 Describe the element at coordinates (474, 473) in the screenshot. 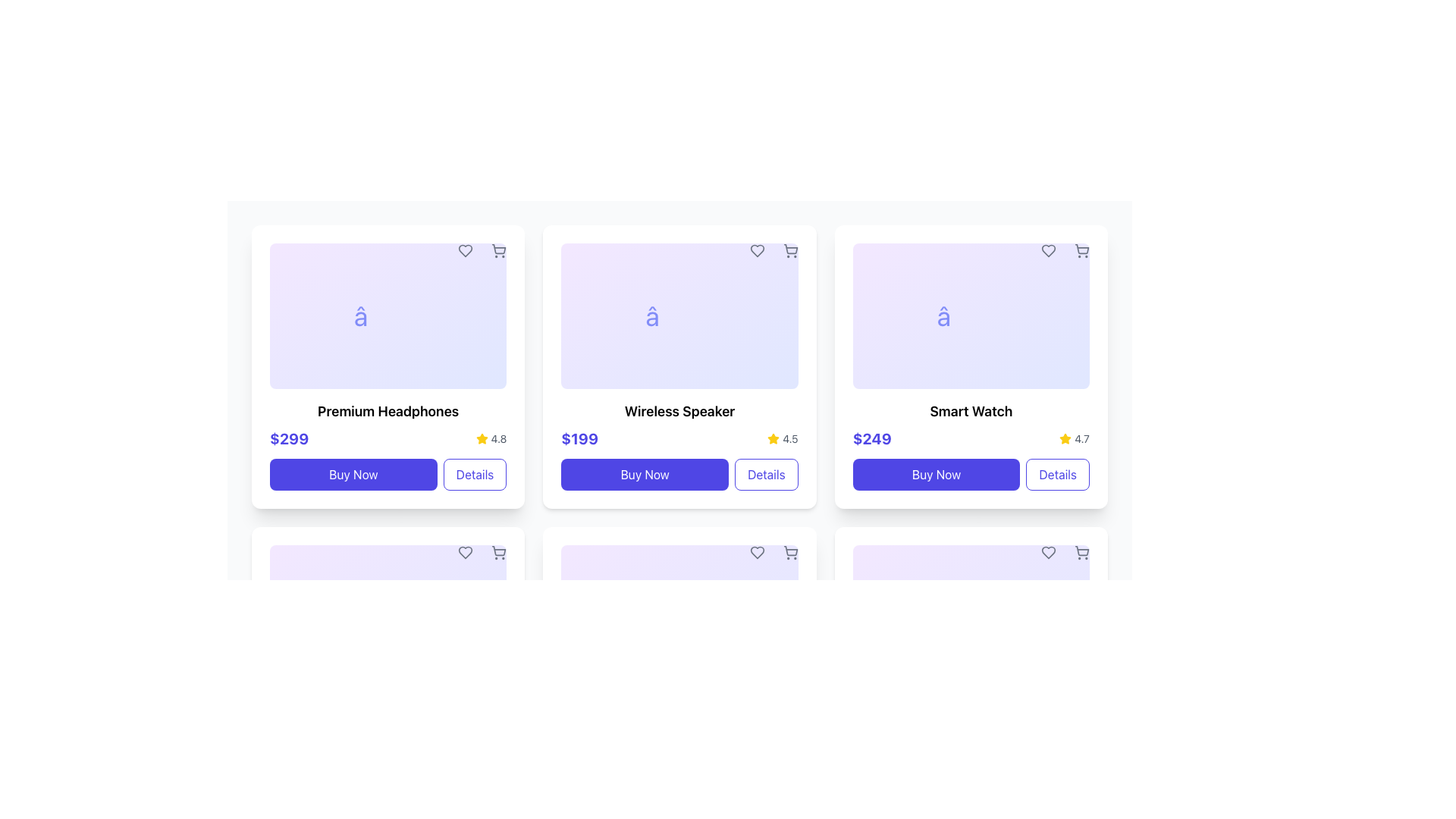

I see `the 'Details' button, which is a rectangular button with rounded corners and an indigo border, located immediately to the right of the 'Buy Now' button in the product actions section of the Premium Headphones card` at that location.